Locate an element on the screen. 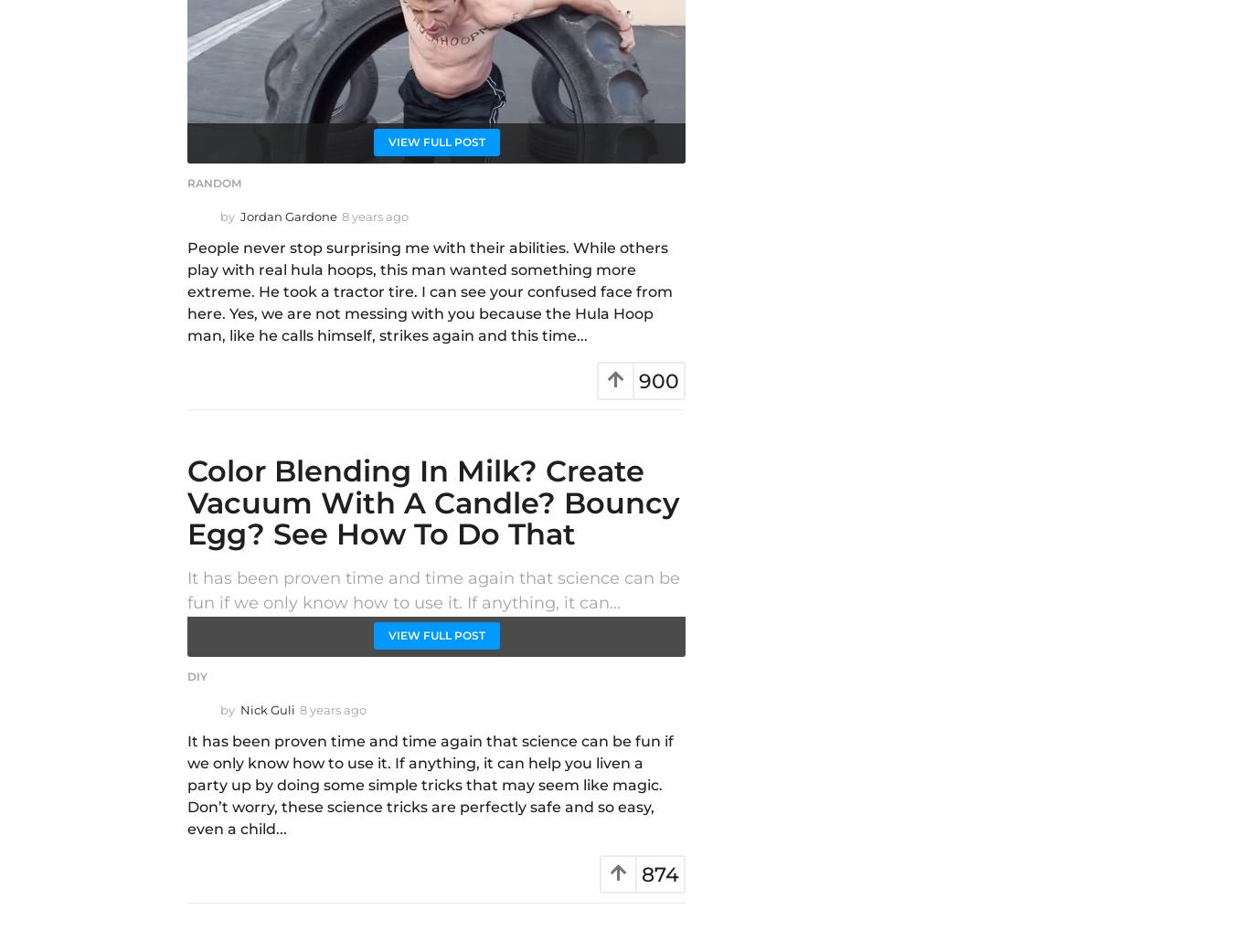  'Color Blending In Milk? Create Vacuum With A Candle? Bouncy Egg? See How To Do That' is located at coordinates (432, 501).